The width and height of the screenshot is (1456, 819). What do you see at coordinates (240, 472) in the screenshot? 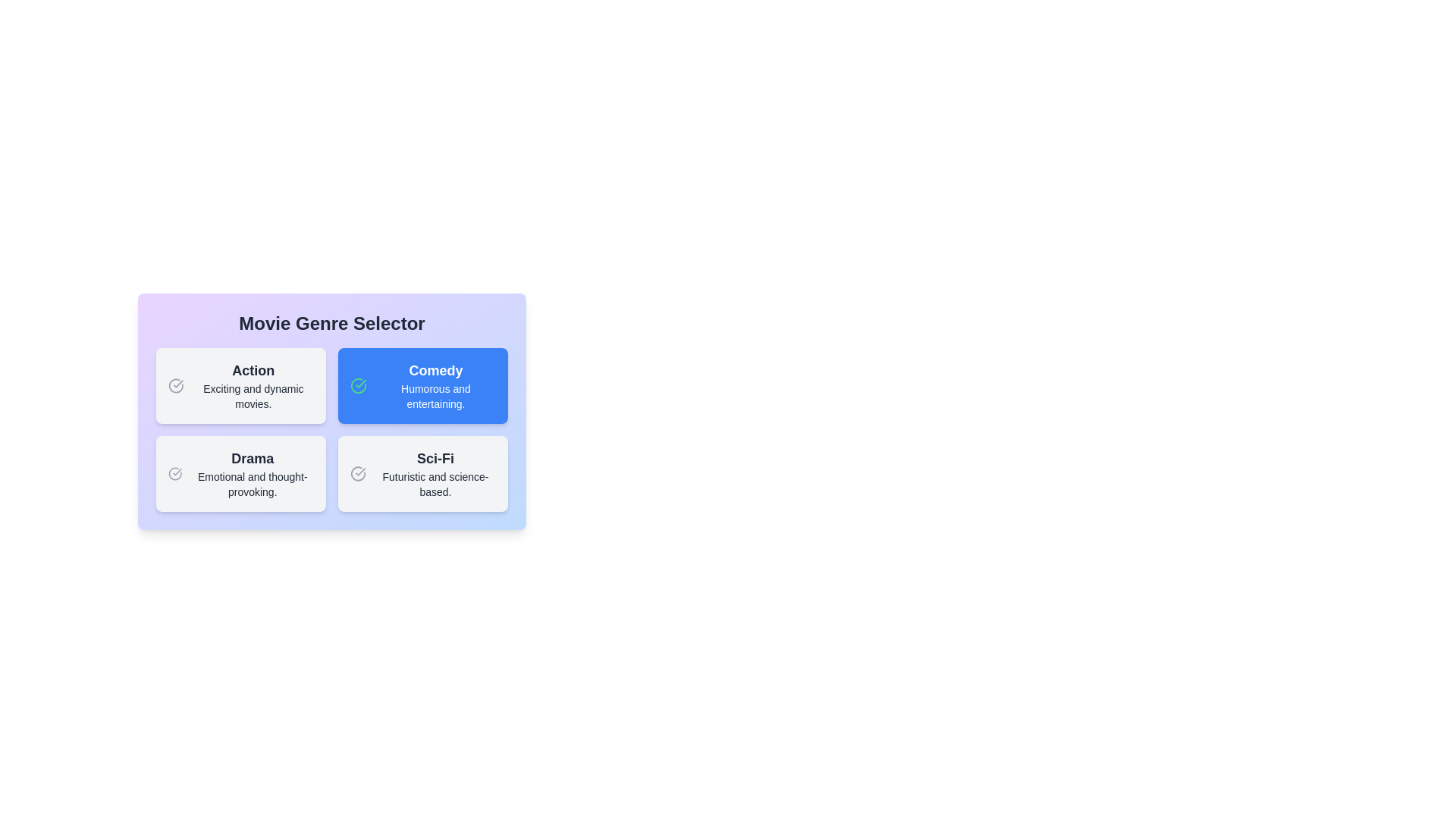
I see `the genre card labeled Drama` at bounding box center [240, 472].